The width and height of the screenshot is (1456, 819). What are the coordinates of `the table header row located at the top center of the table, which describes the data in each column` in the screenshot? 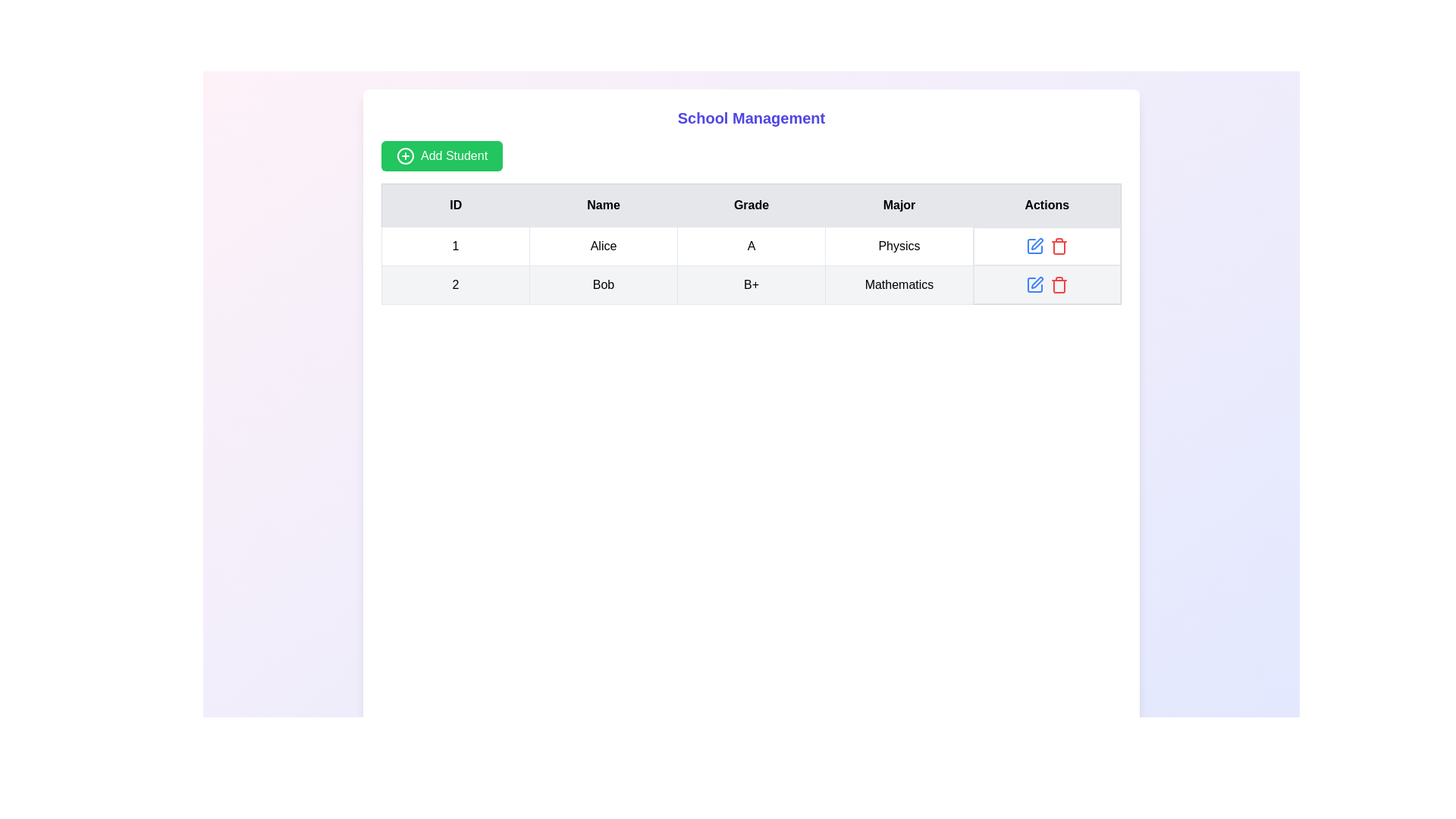 It's located at (751, 205).